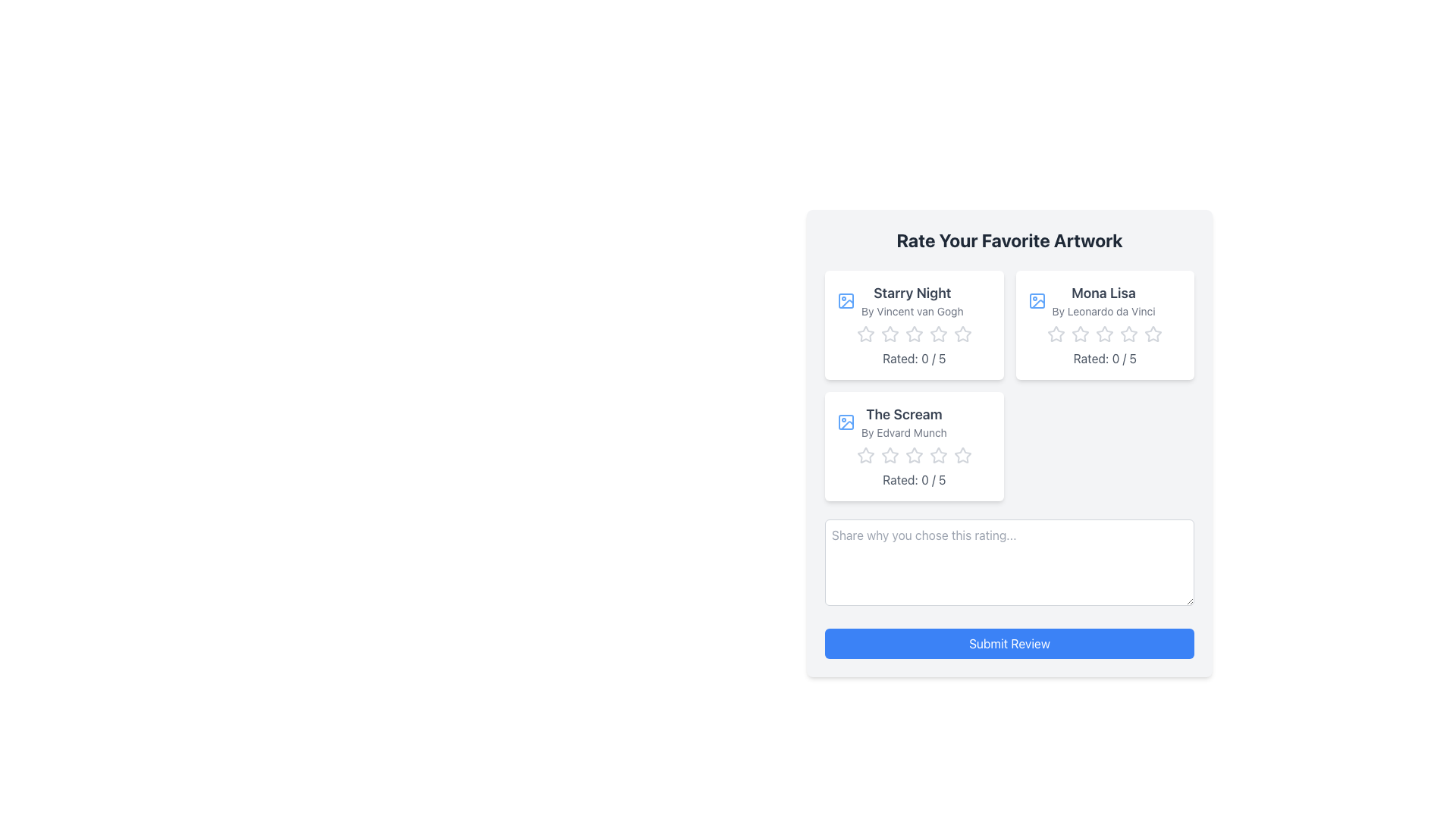 This screenshot has height=819, width=1456. I want to click on the text label indicating the name and creator of the artwork, so click(912, 301).